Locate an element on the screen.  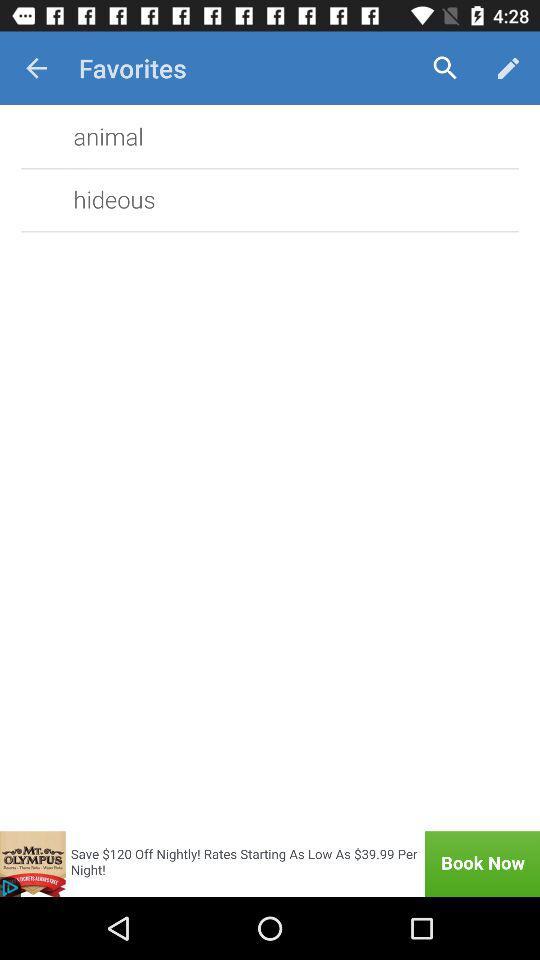
item next to the favorites item is located at coordinates (36, 68).